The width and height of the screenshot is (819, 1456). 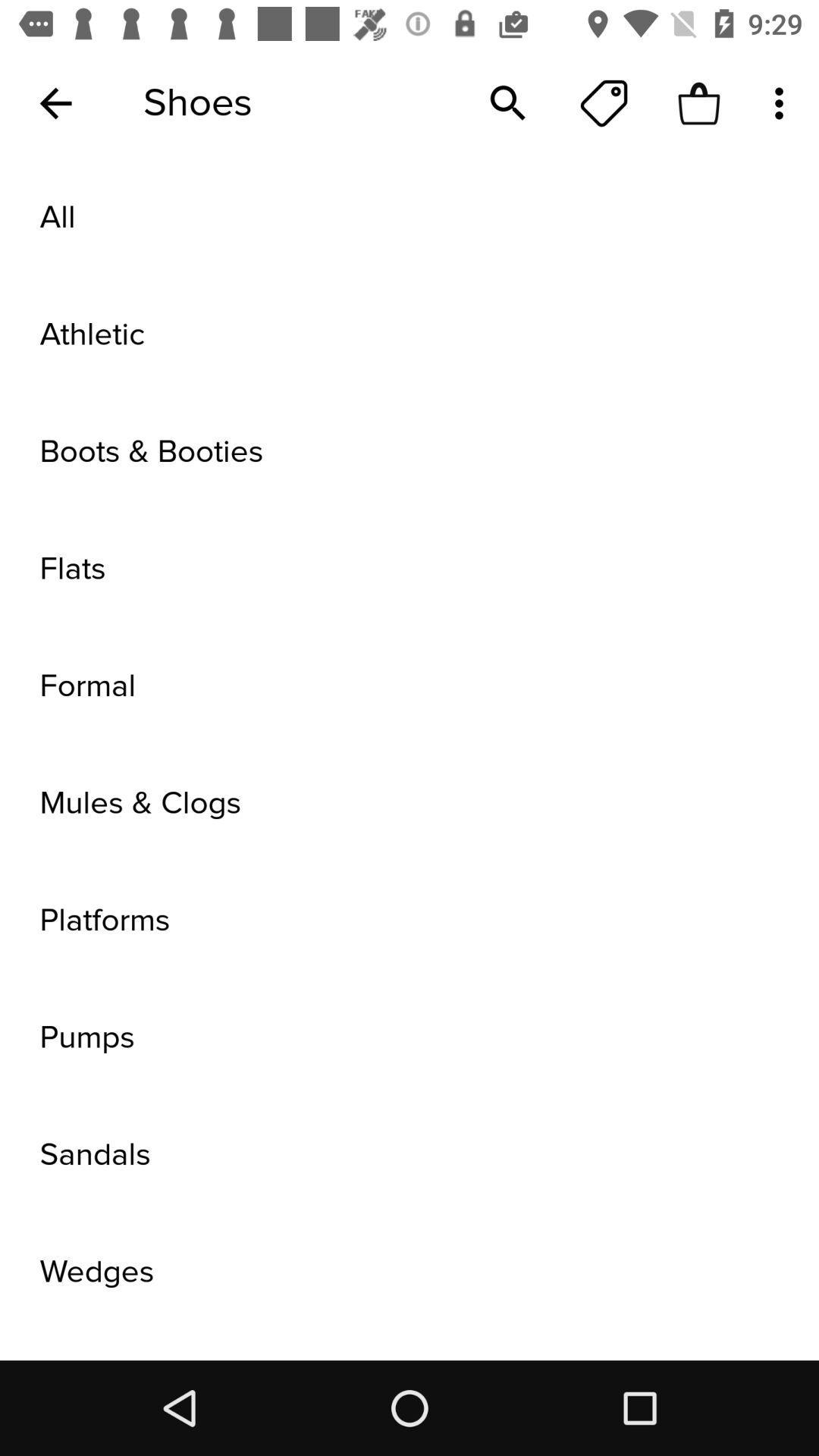 I want to click on the item below formal item, so click(x=409, y=802).